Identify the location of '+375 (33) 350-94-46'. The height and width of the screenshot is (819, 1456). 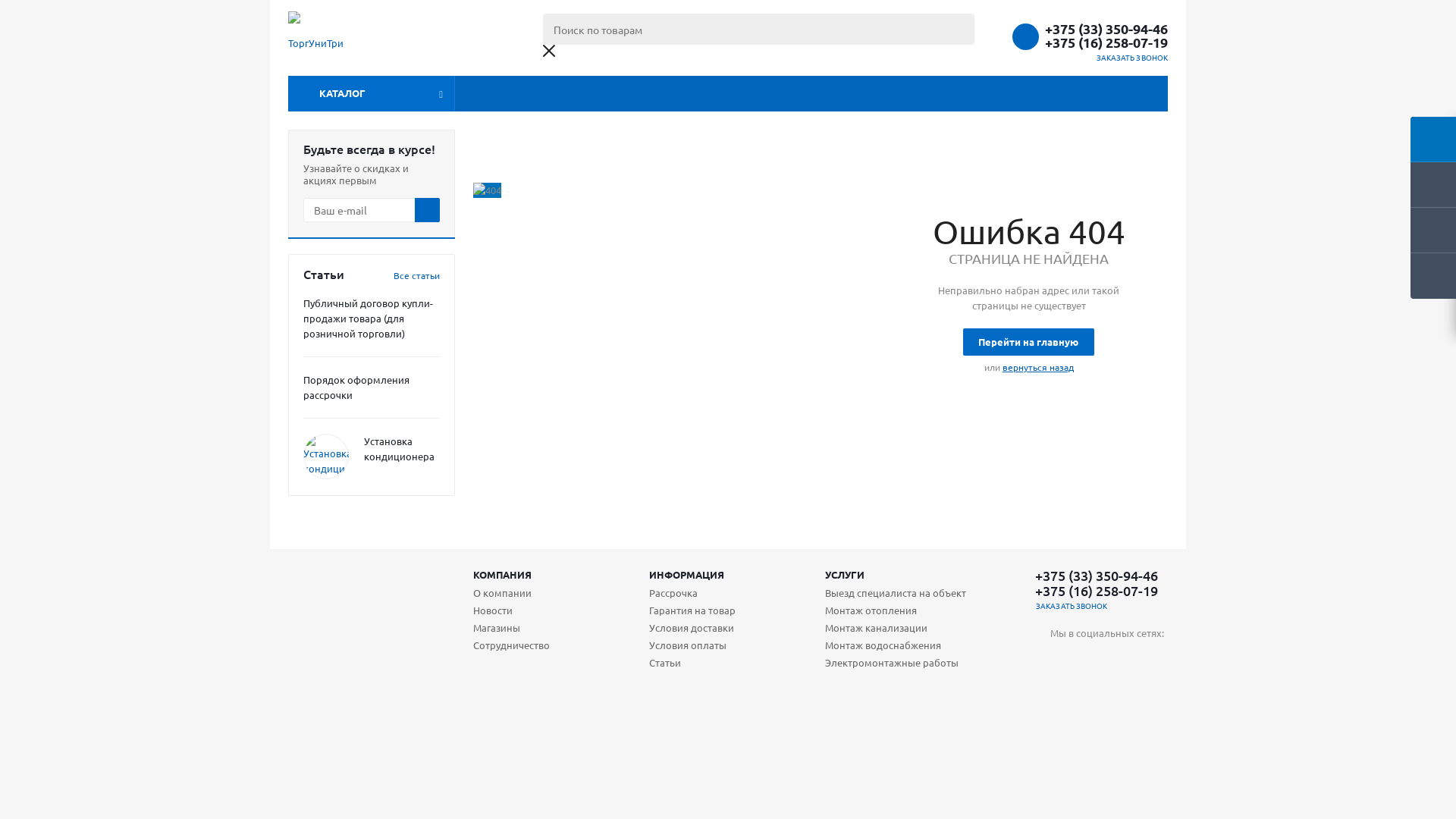
(1043, 29).